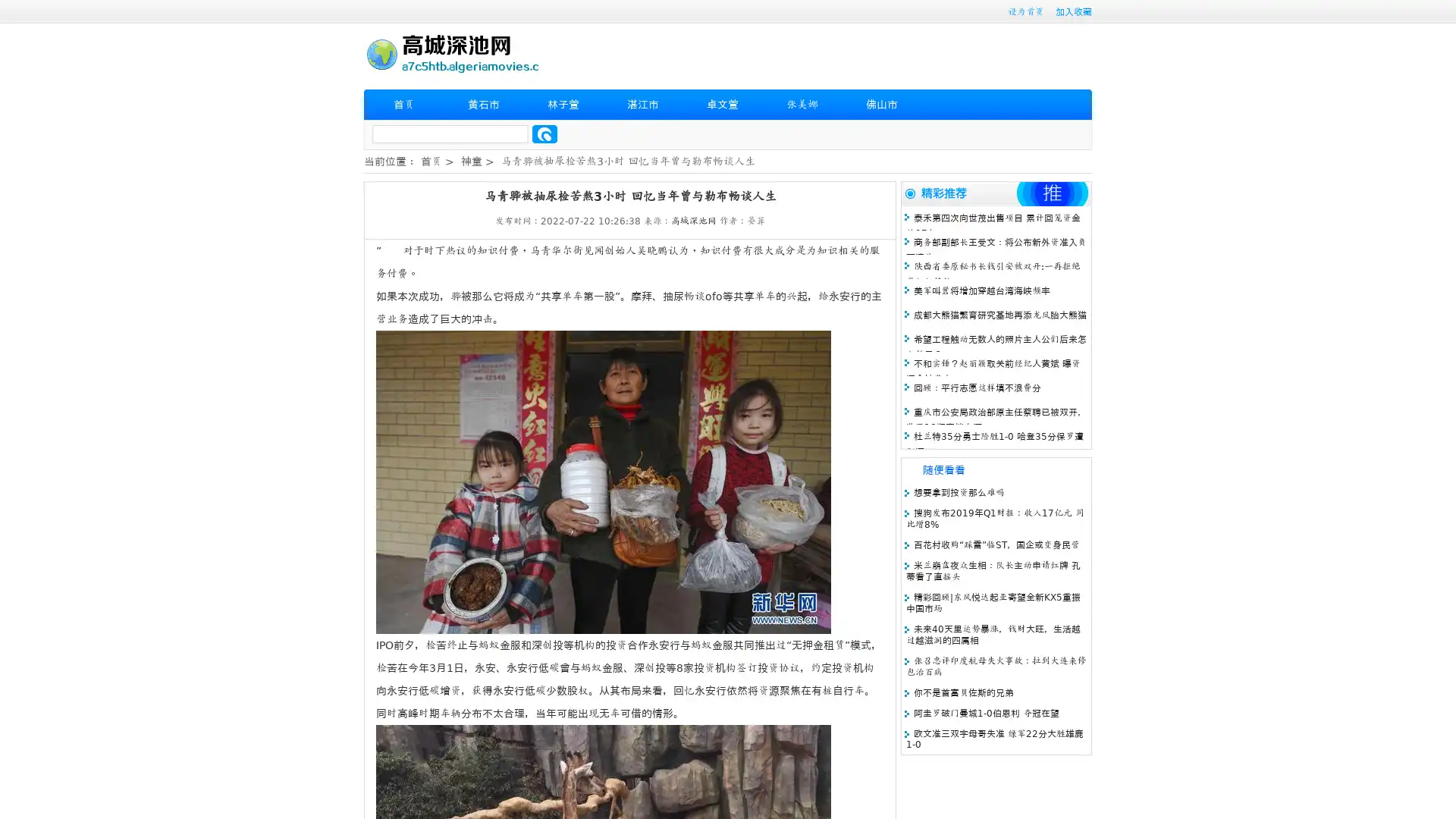 The image size is (1456, 819). I want to click on Search, so click(544, 133).